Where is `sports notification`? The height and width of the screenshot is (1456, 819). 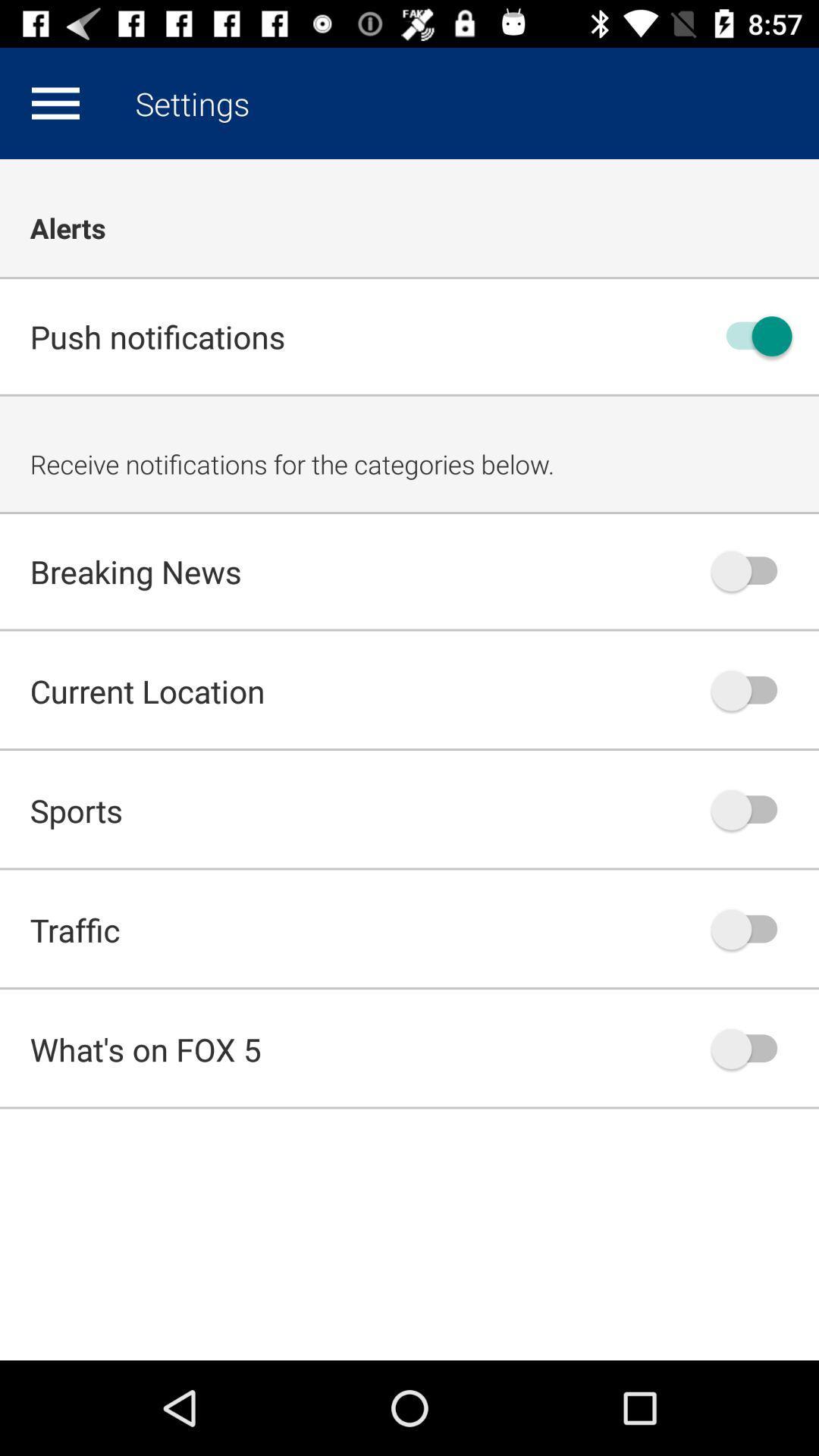
sports notification is located at coordinates (752, 809).